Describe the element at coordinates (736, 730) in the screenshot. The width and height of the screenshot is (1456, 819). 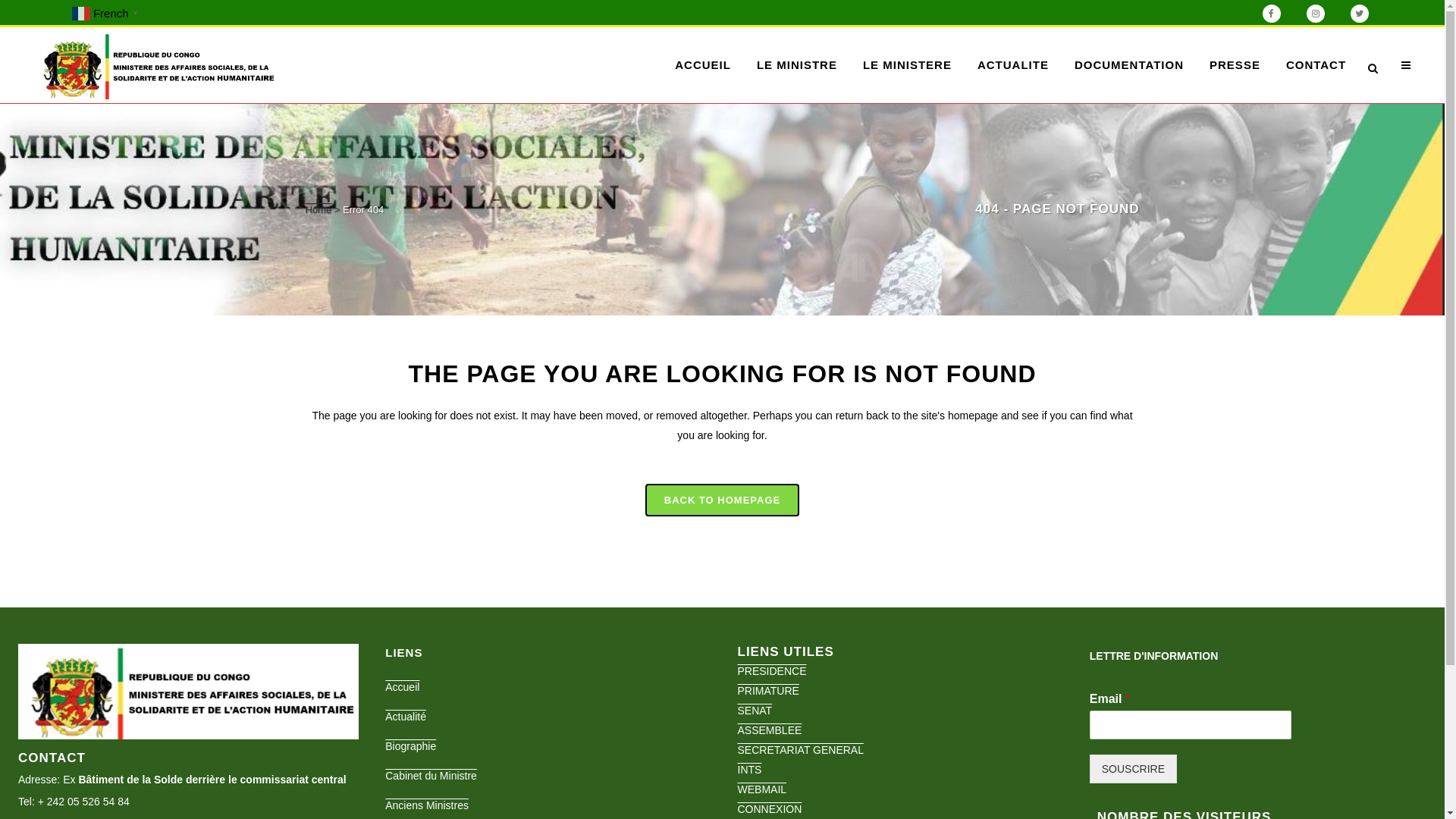
I see `'ASSEMBLEE'` at that location.